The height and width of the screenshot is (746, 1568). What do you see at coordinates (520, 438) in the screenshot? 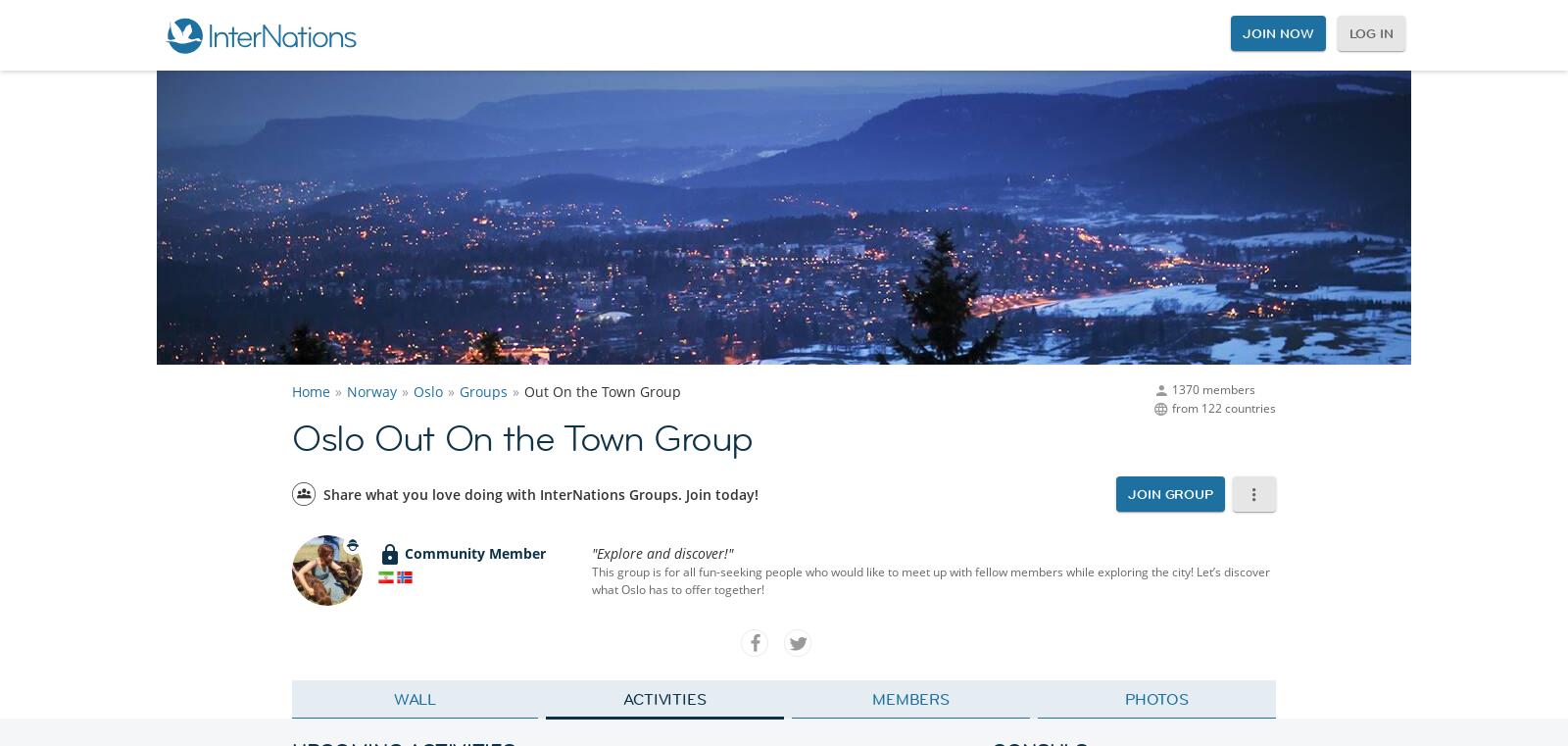
I see `'Oslo Out On the Town Group'` at bounding box center [520, 438].